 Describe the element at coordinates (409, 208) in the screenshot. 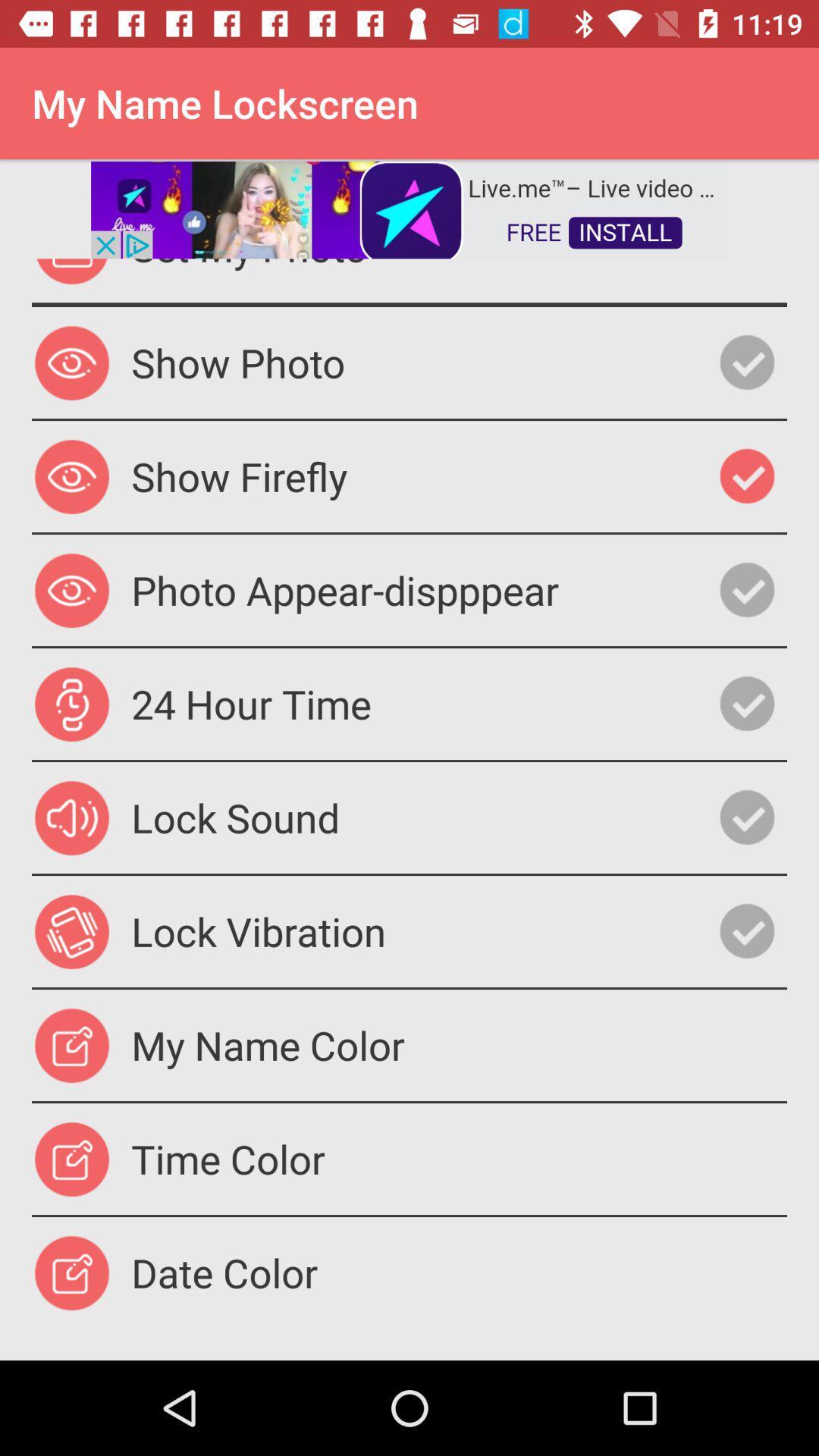

I see `advertisement` at that location.